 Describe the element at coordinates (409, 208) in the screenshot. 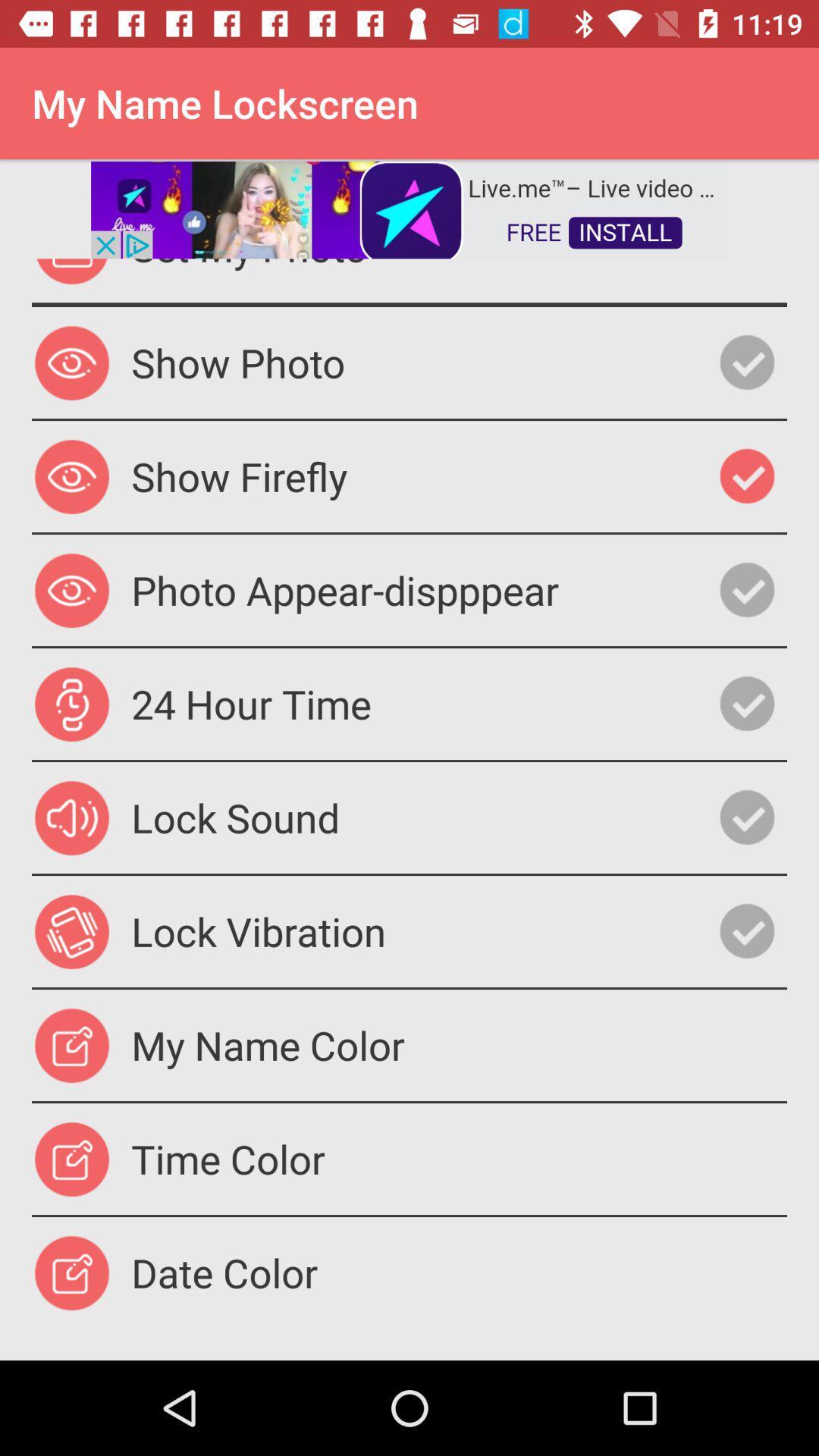

I see `advertisement` at that location.